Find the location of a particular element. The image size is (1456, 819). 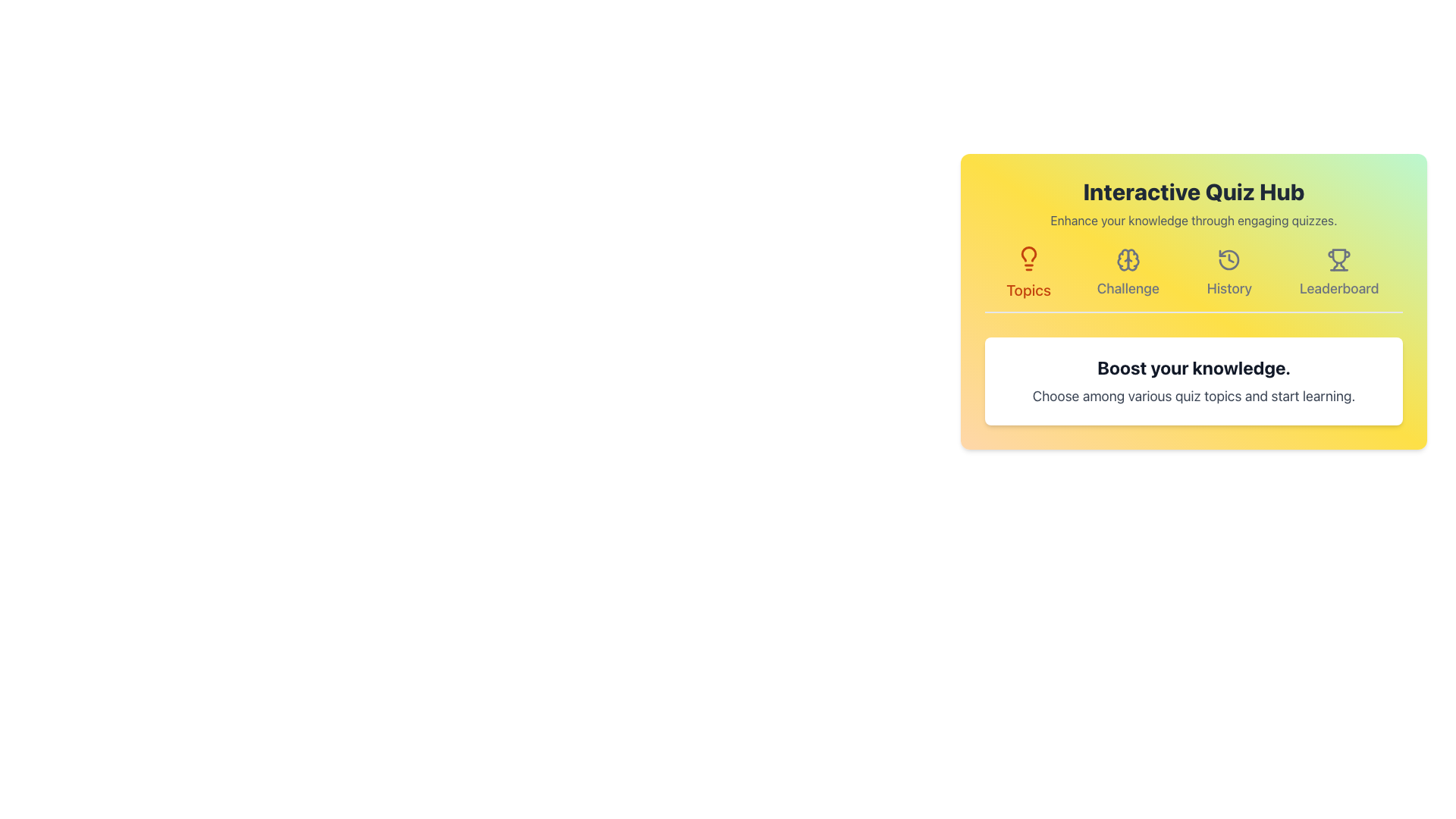

the interactive elements within the Informational Card that has a gradient background transitioning from orange to green, located centrally in the upper portion of the visible area is located at coordinates (1193, 301).